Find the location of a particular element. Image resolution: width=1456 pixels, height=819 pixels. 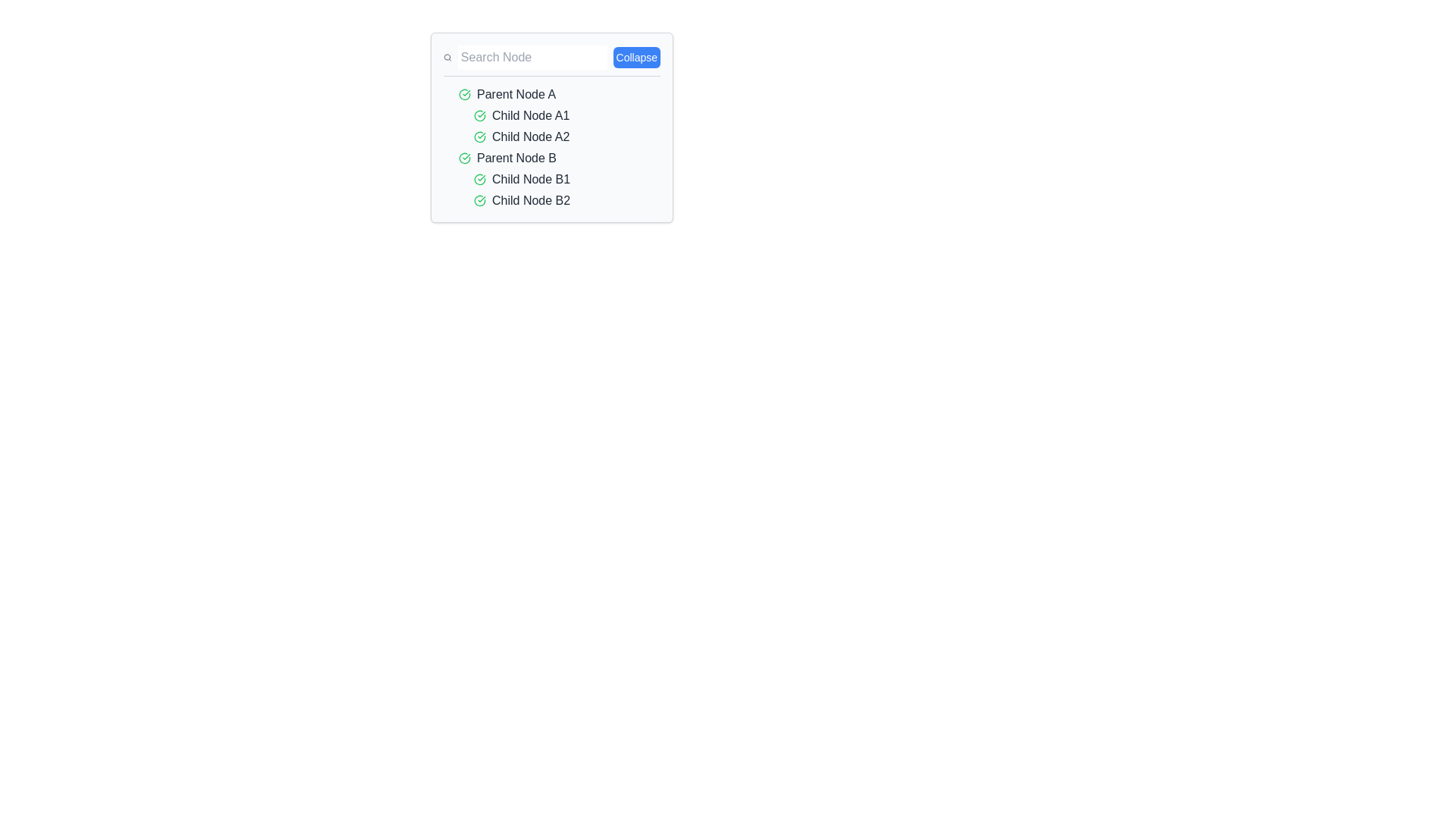

the magnifying glass icon which represents the search functionality located to the left of the 'Search Node' input field is located at coordinates (447, 57).